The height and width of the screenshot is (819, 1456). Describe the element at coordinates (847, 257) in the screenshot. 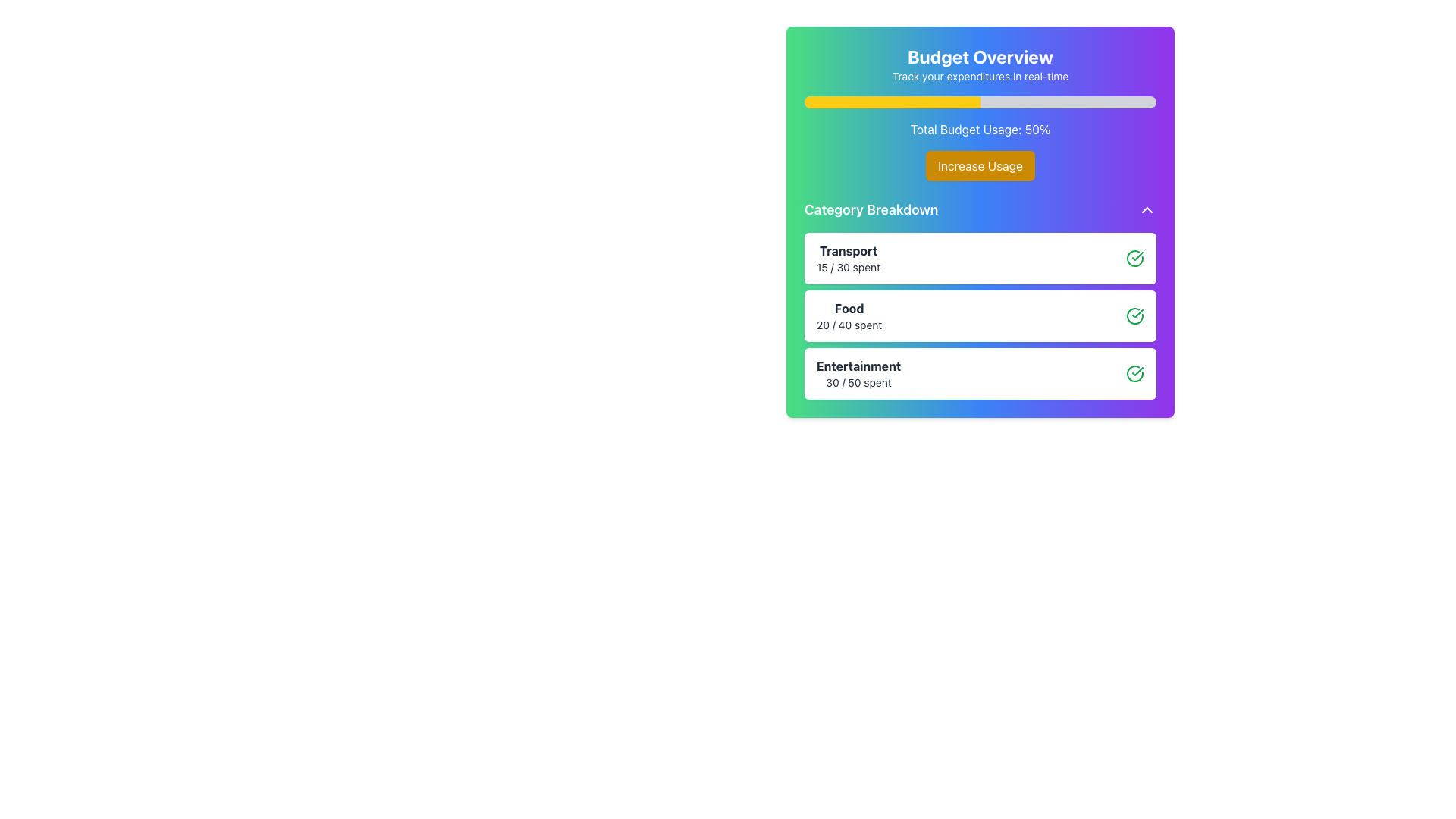

I see `the static text display that shows 'Transport' and '15 / 30 spent' in the first row under 'Category Breakdown'` at that location.